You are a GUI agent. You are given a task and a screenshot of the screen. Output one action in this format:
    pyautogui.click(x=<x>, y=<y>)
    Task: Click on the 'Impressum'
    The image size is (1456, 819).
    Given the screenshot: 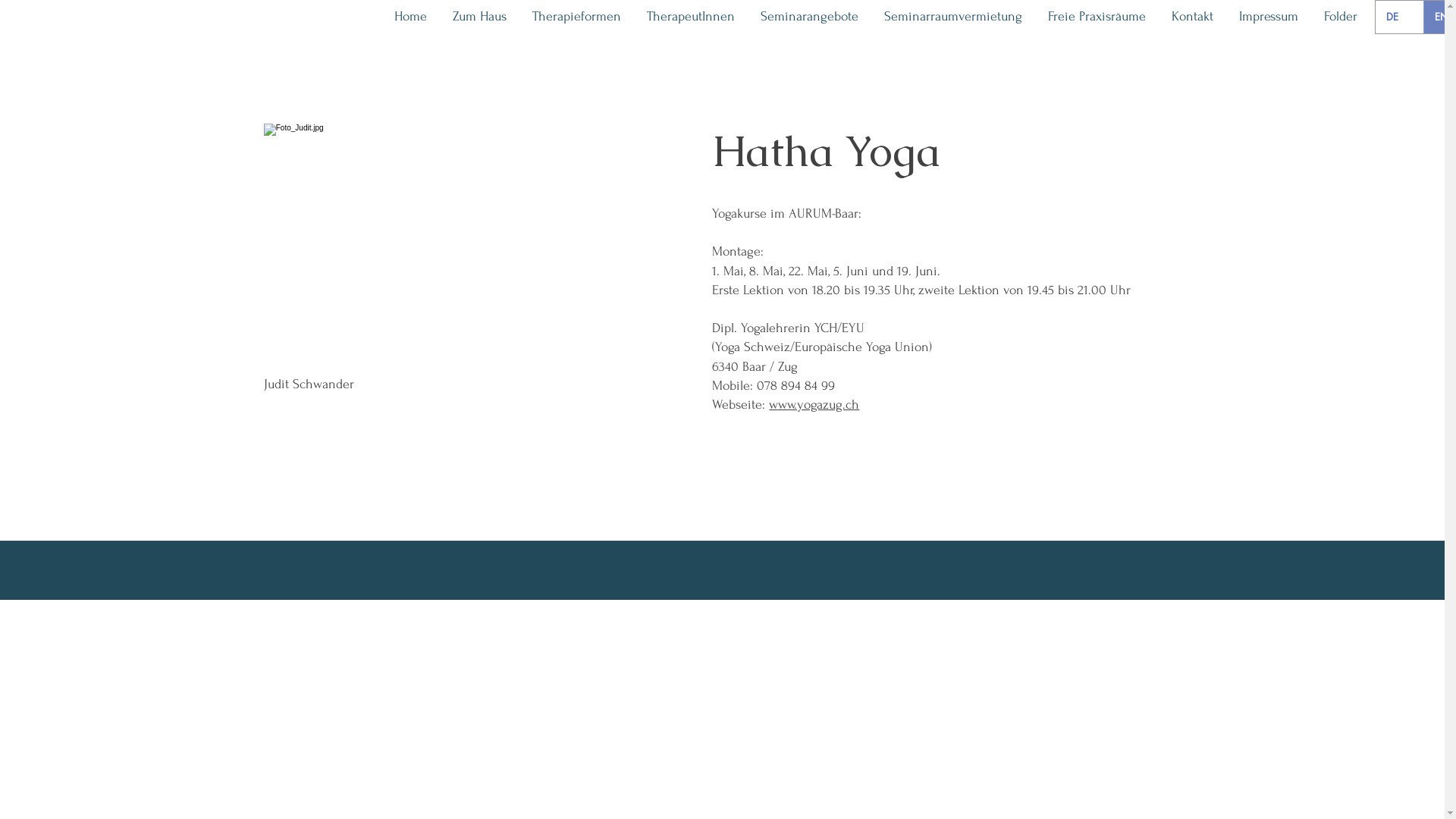 What is the action you would take?
    pyautogui.click(x=1226, y=17)
    